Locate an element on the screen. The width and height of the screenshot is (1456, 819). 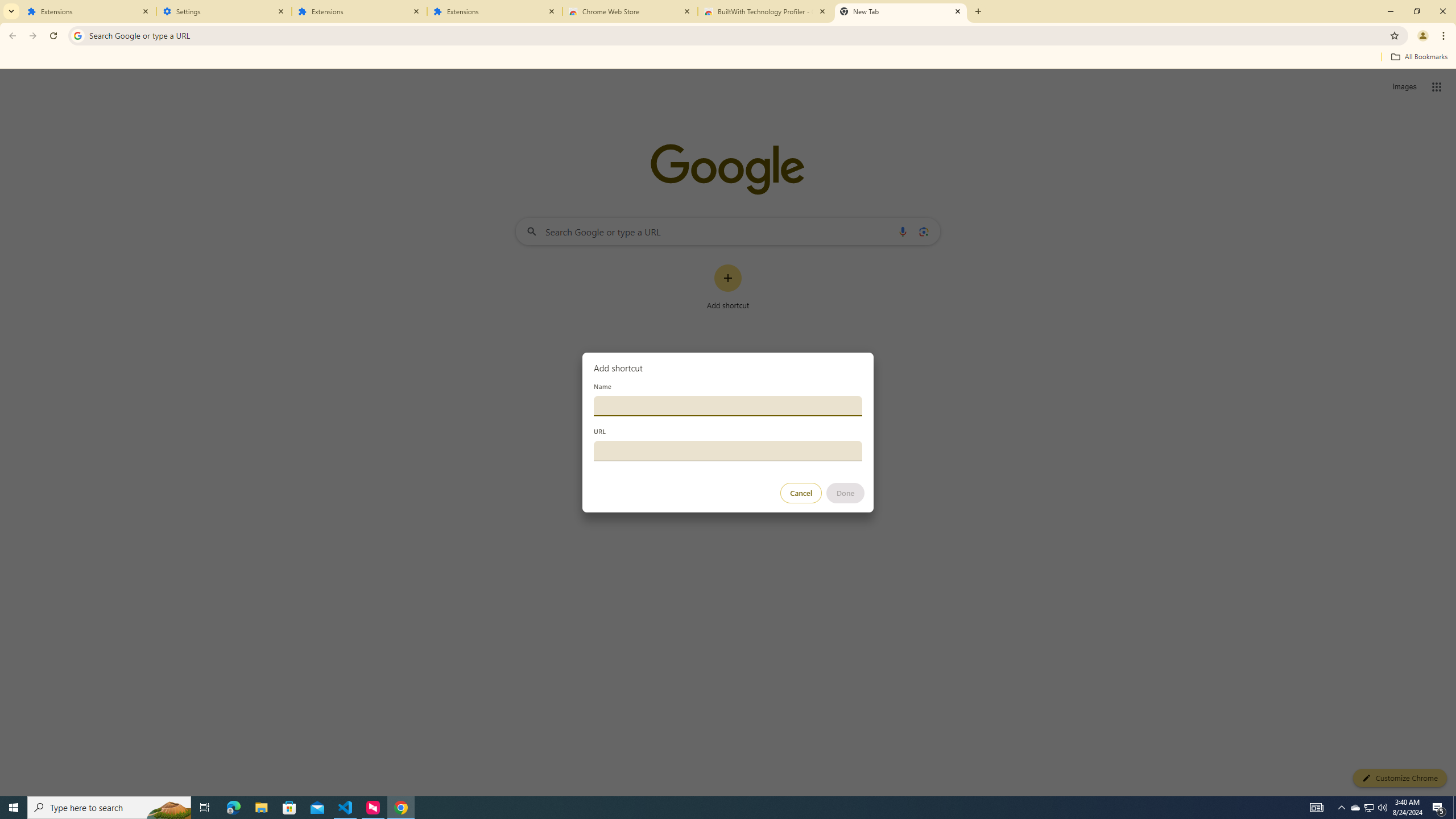
'BuiltWith Technology Profiler - Chrome Web Store' is located at coordinates (765, 11).